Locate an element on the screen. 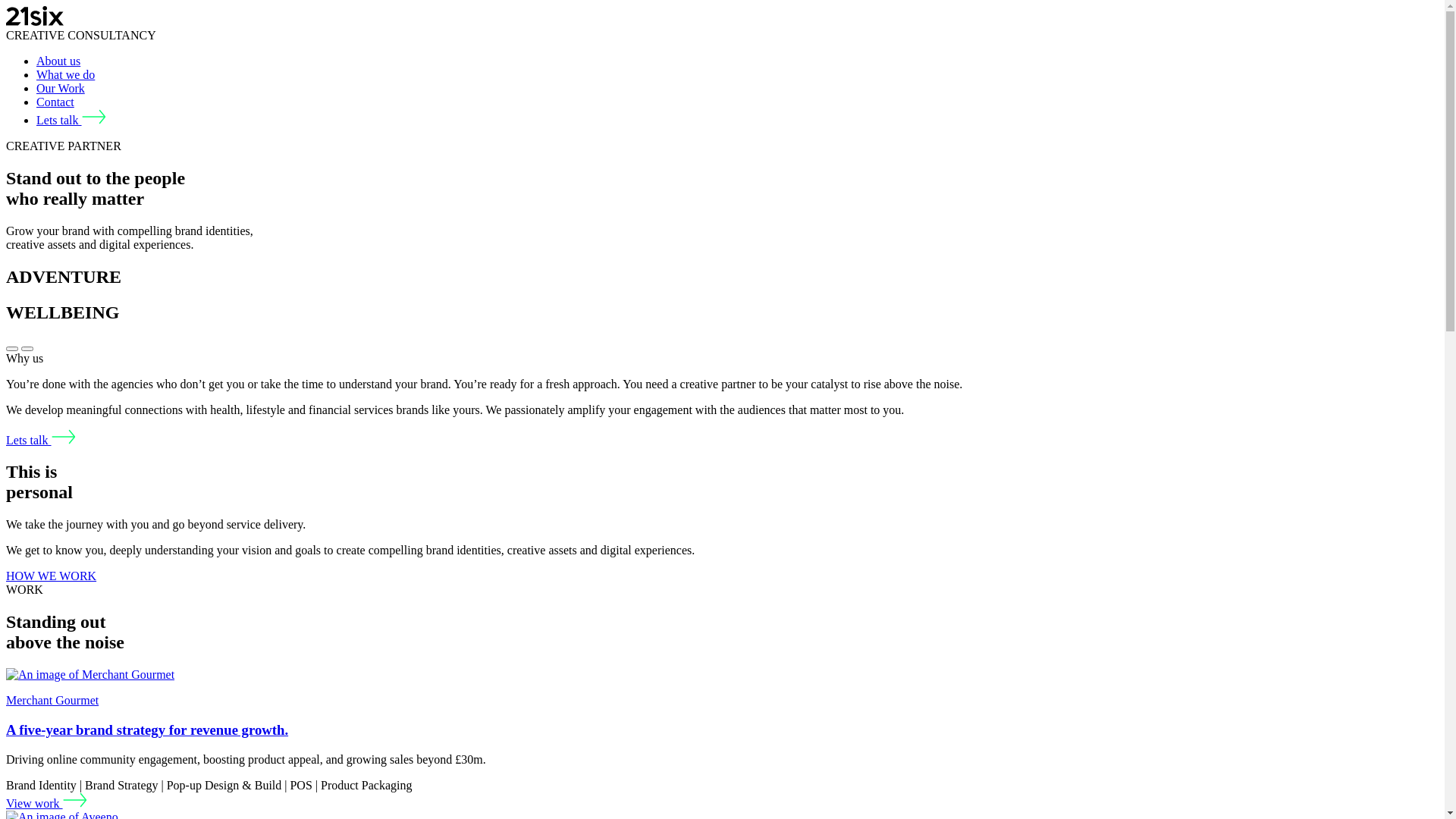 The height and width of the screenshot is (819, 1456). 'Merchant Gourmet' is located at coordinates (89, 674).